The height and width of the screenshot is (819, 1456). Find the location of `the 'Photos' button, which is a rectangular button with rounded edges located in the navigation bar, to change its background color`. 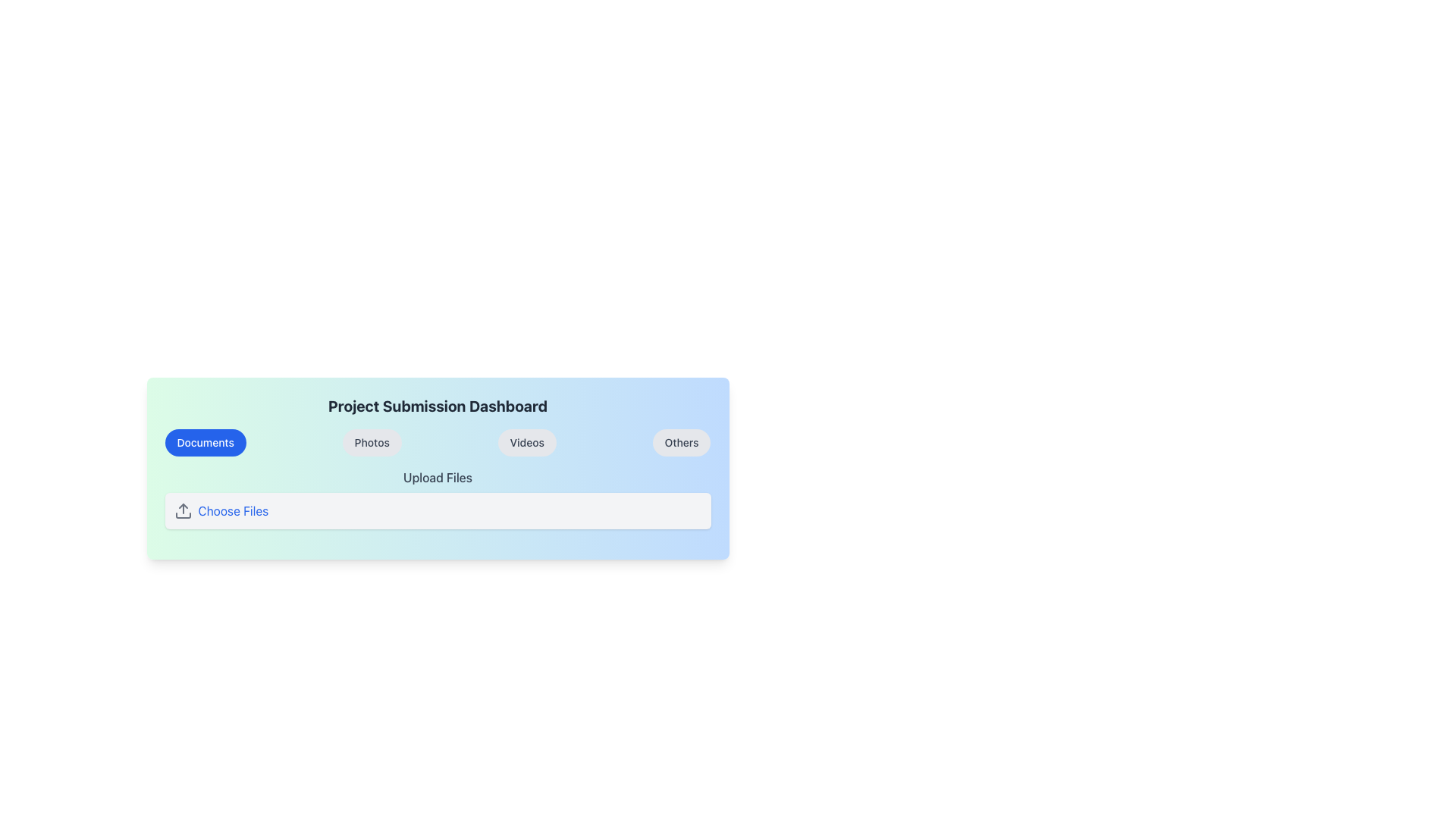

the 'Photos' button, which is a rectangular button with rounded edges located in the navigation bar, to change its background color is located at coordinates (372, 442).